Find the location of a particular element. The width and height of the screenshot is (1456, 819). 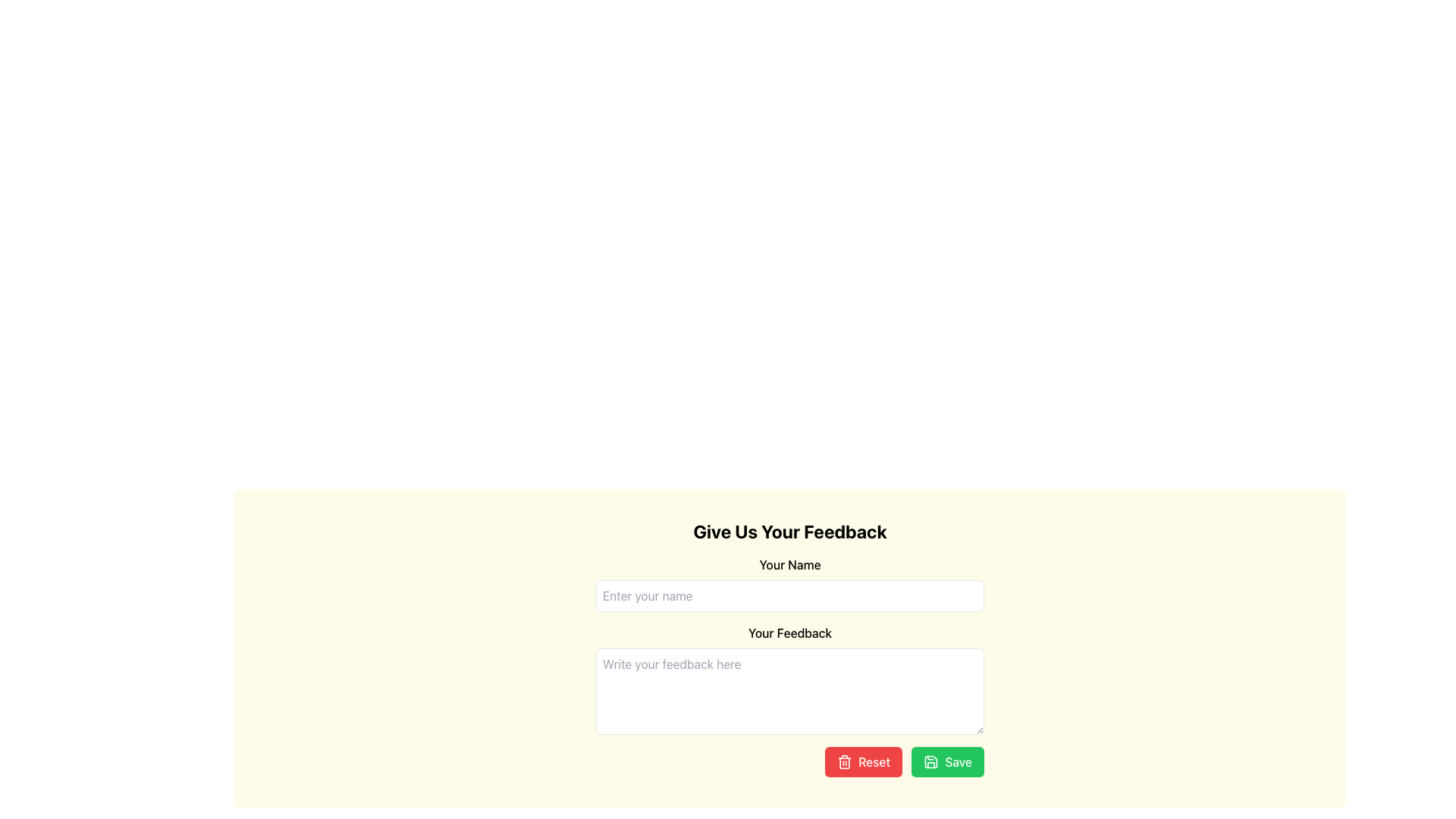

the 'Reset' button, which is part of a group of buttons labeled 'Reset' and 'Save', located in the bottom-right corner of the form, styled with a red background and white text is located at coordinates (789, 762).